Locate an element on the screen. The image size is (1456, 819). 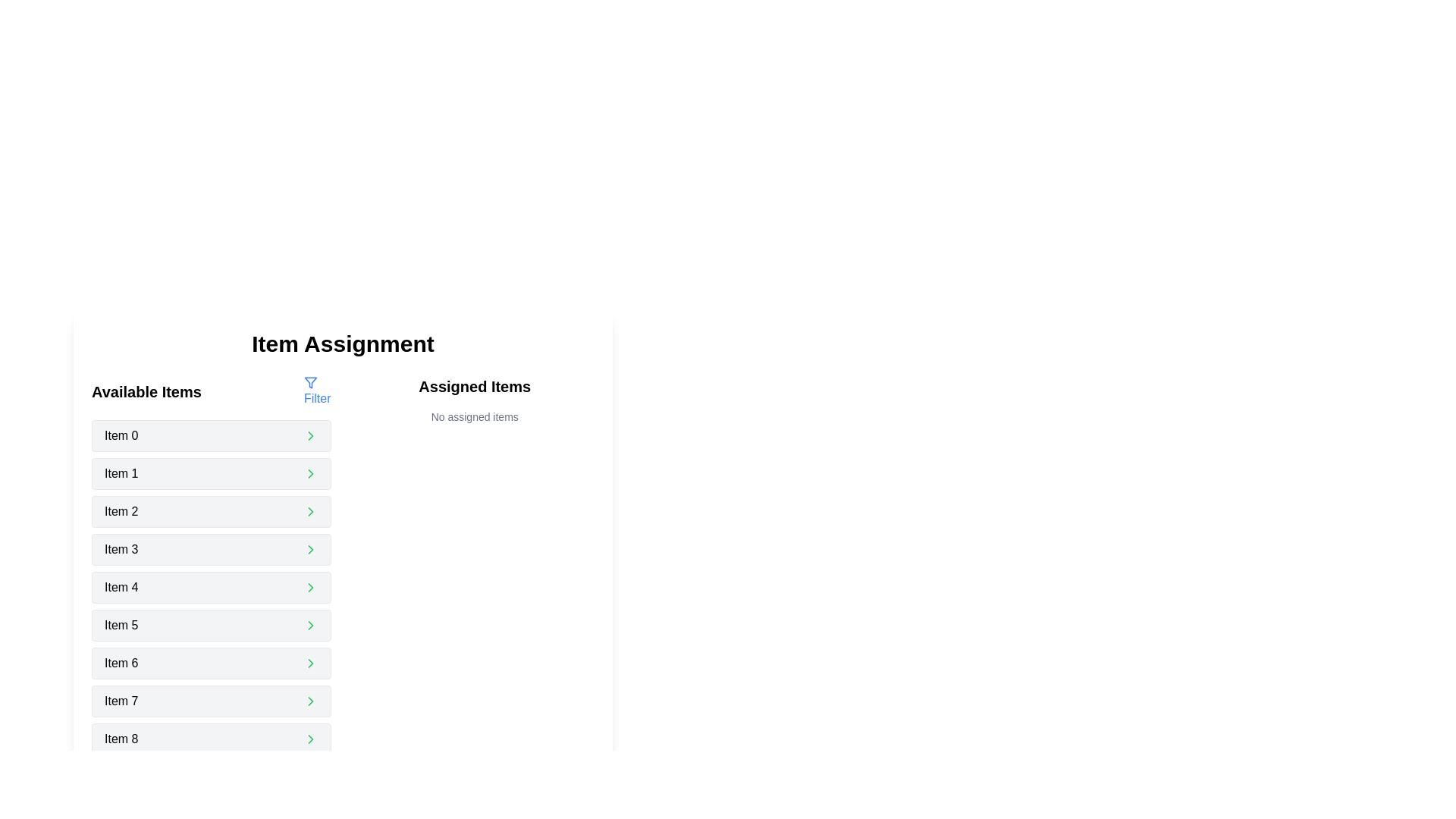
the right-facing chevron icon with a green stroke located within the 'Item 6' entry of the 'Available Items' section is located at coordinates (309, 663).